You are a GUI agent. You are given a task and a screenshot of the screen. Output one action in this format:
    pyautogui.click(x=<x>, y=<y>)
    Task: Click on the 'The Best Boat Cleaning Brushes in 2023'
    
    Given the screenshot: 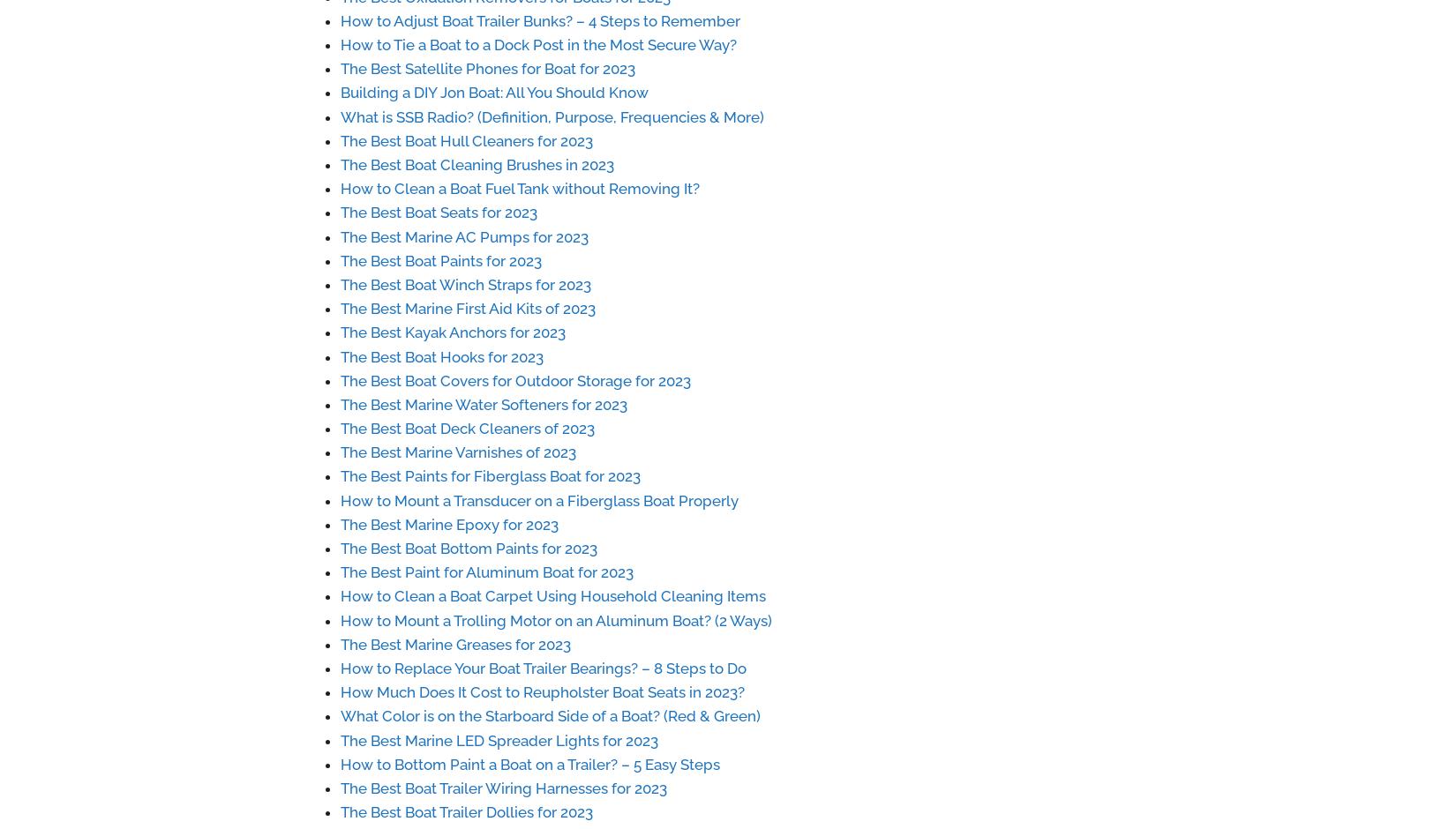 What is the action you would take?
    pyautogui.click(x=477, y=164)
    